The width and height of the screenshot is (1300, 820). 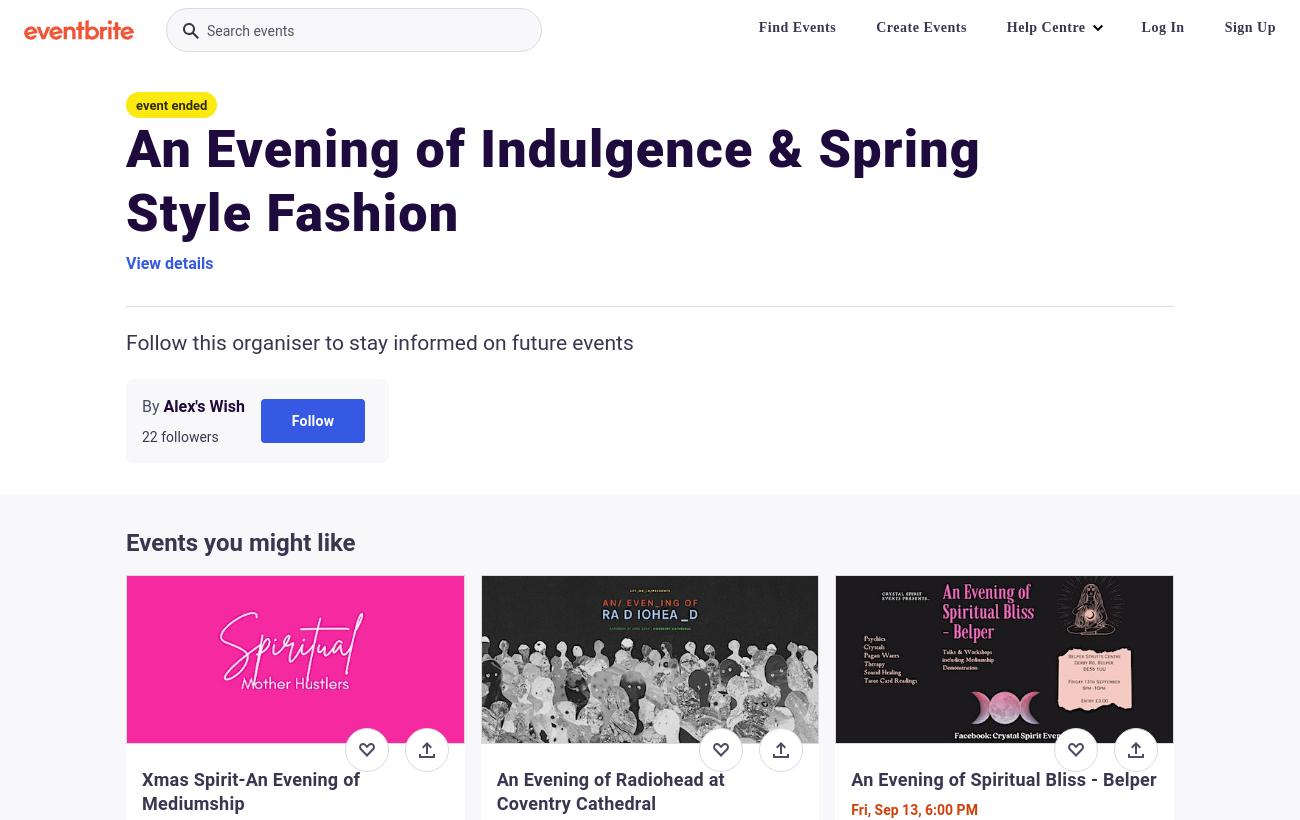 I want to click on 'Sign Up', so click(x=1249, y=26).